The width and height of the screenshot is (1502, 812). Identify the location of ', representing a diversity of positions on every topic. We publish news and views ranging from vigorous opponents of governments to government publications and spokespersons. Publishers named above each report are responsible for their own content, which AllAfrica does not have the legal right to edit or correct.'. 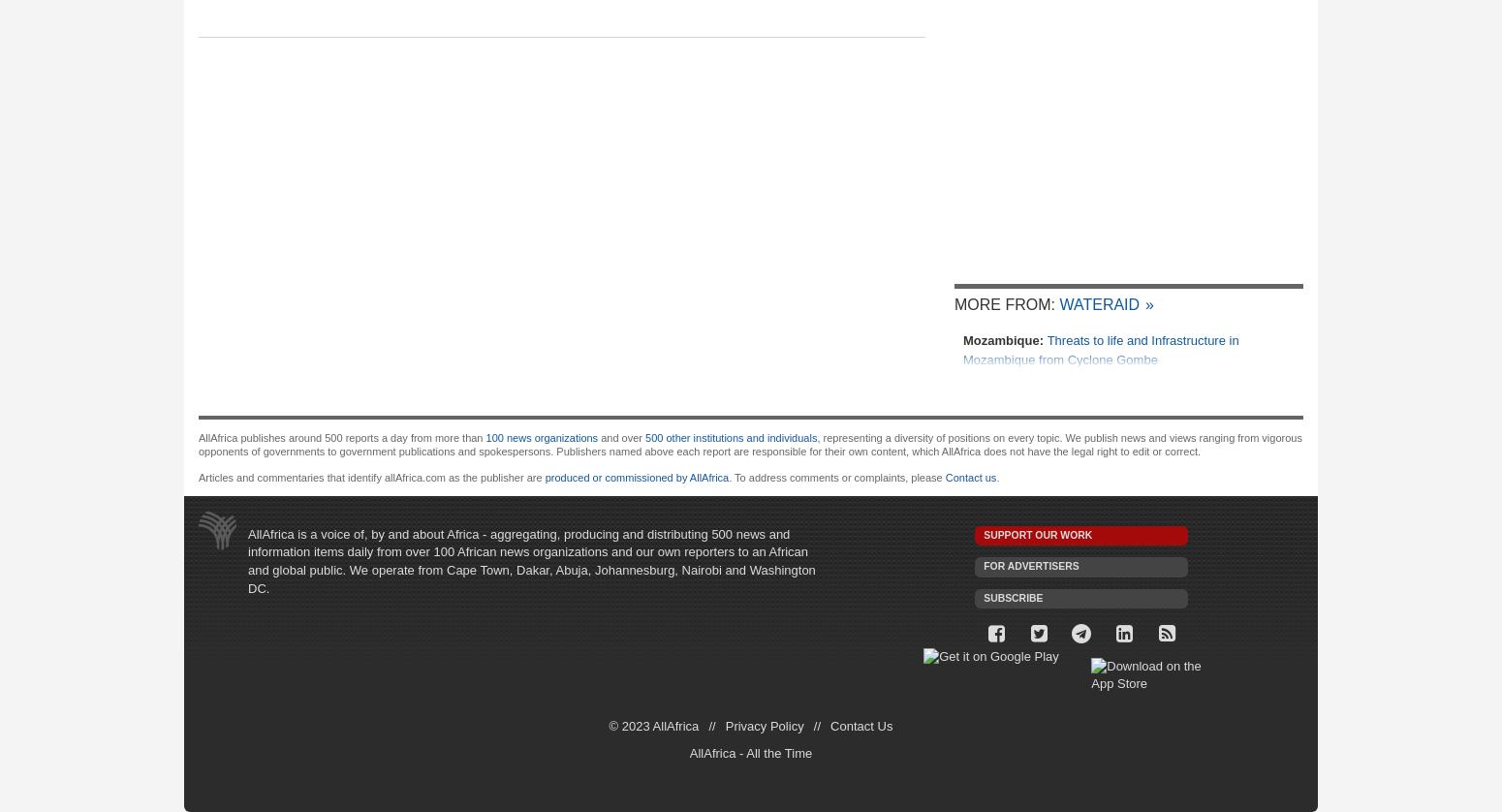
(750, 444).